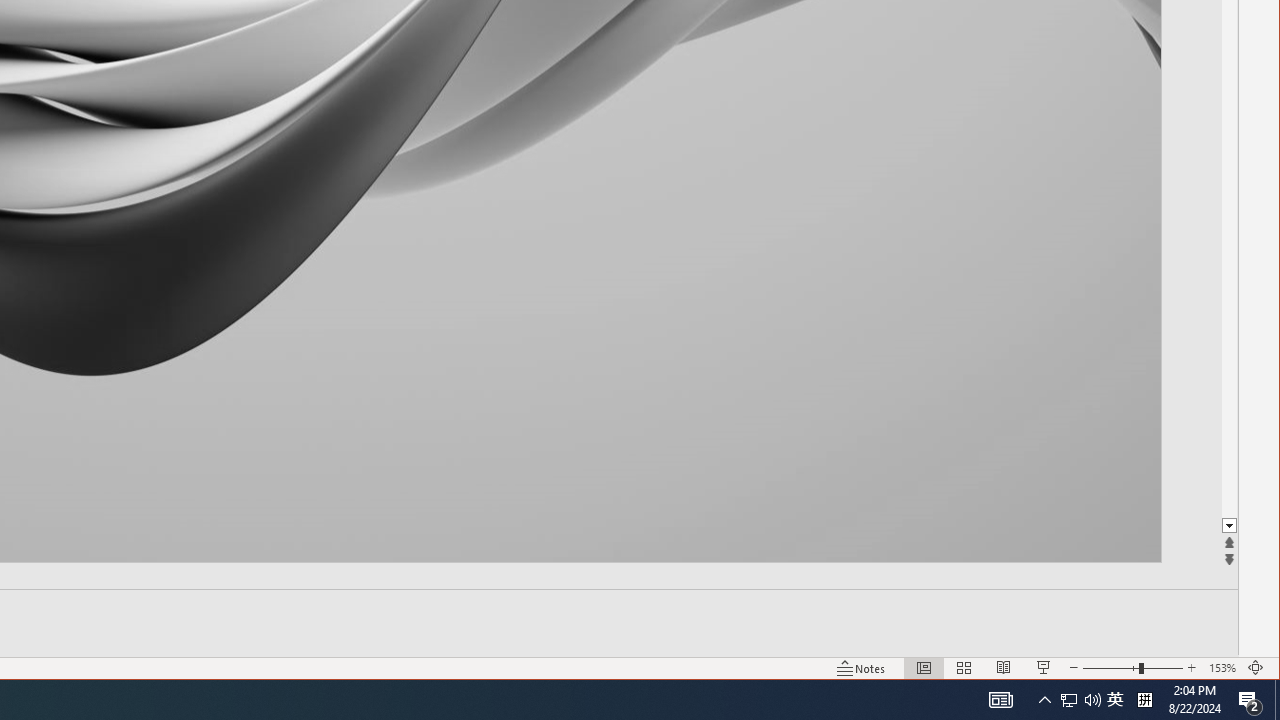 The image size is (1280, 720). Describe the element at coordinates (1221, 668) in the screenshot. I see `'Zoom 153%'` at that location.